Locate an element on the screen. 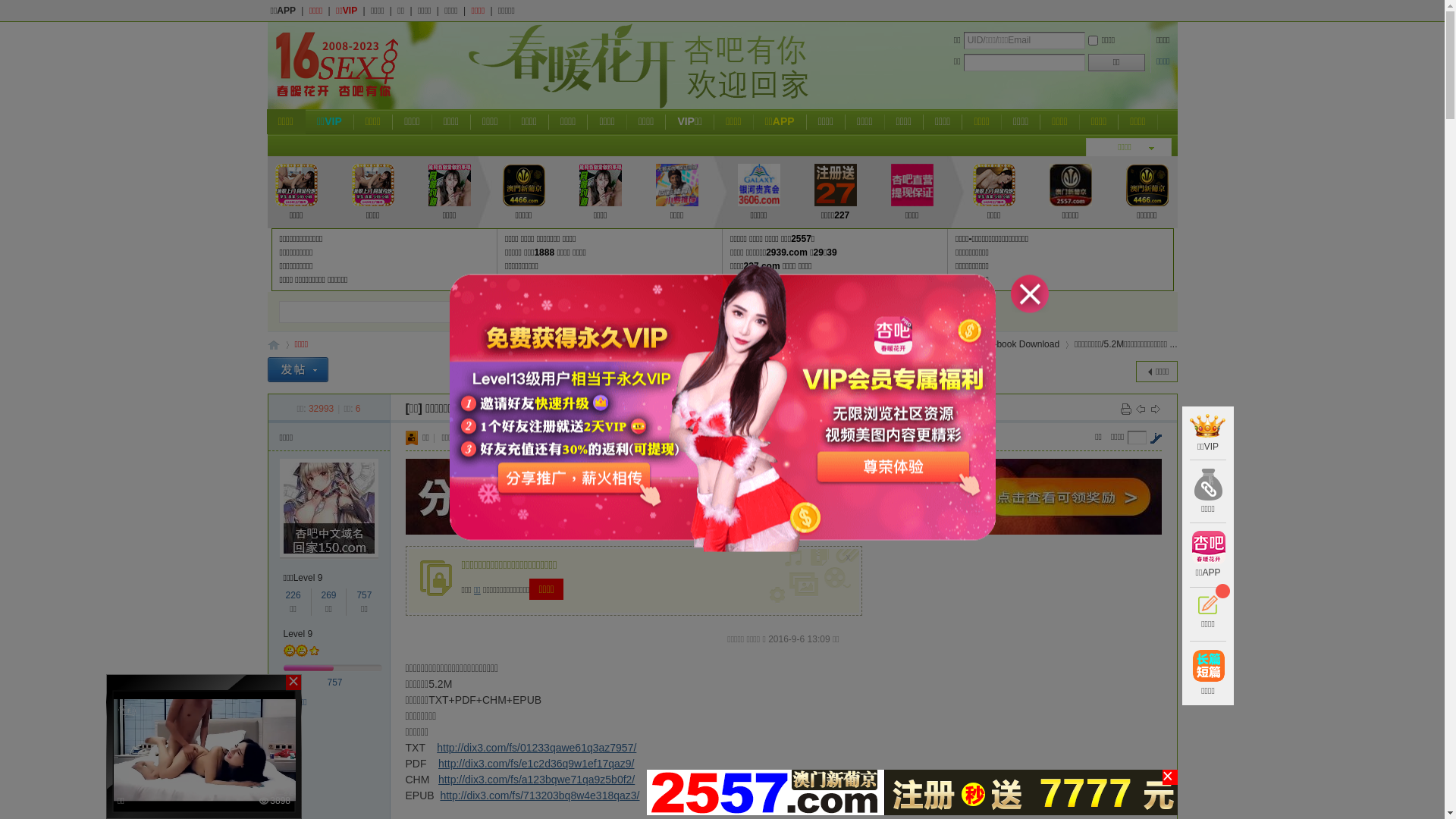 This screenshot has width=1456, height=819. 'http://dix3.com/fs/01233qawe61q3az7957/' is located at coordinates (536, 747).